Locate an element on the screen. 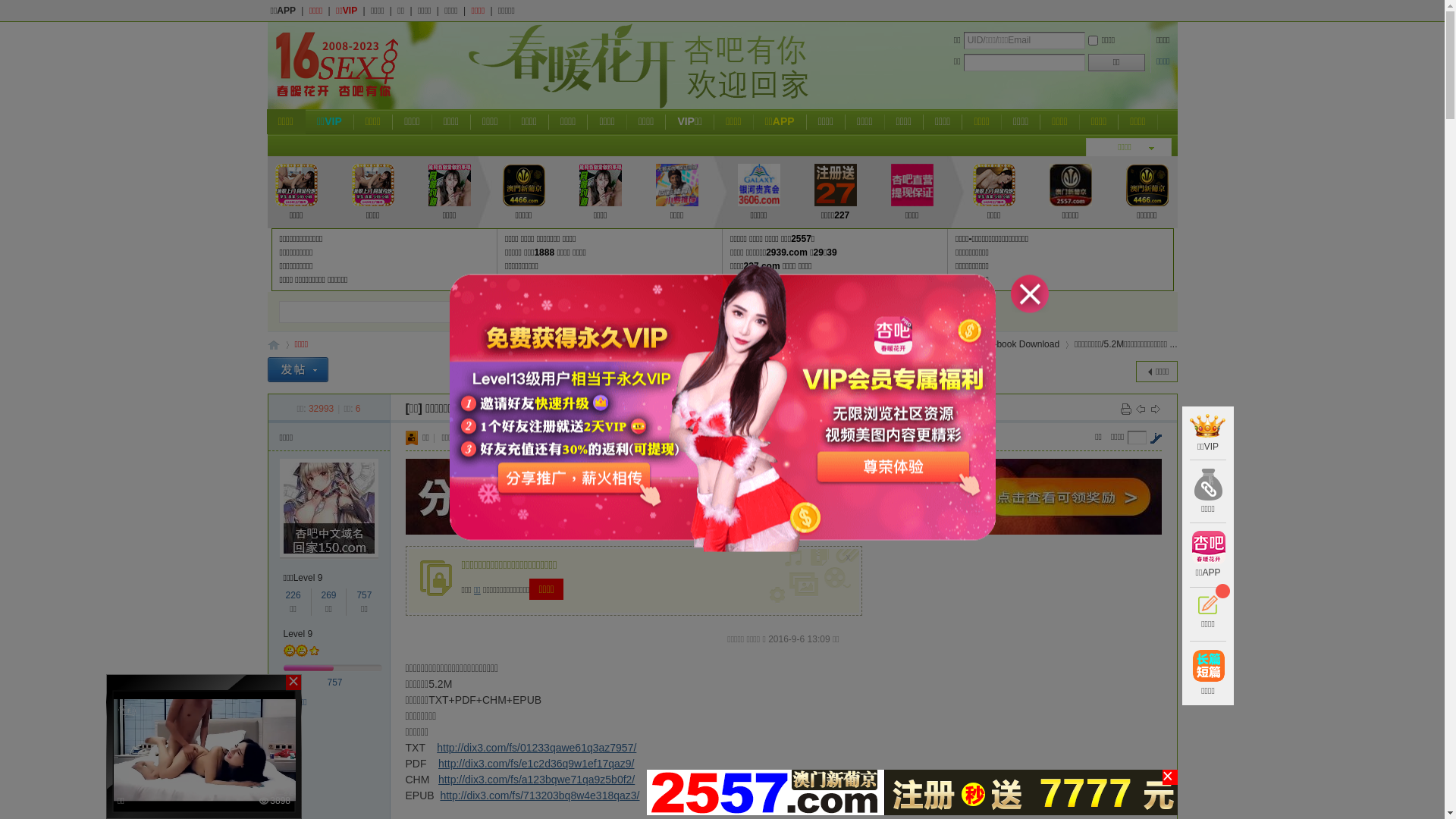 This screenshot has width=1456, height=819. 'http://dix3.com/fs/01233qawe61q3az7957/' is located at coordinates (536, 747).